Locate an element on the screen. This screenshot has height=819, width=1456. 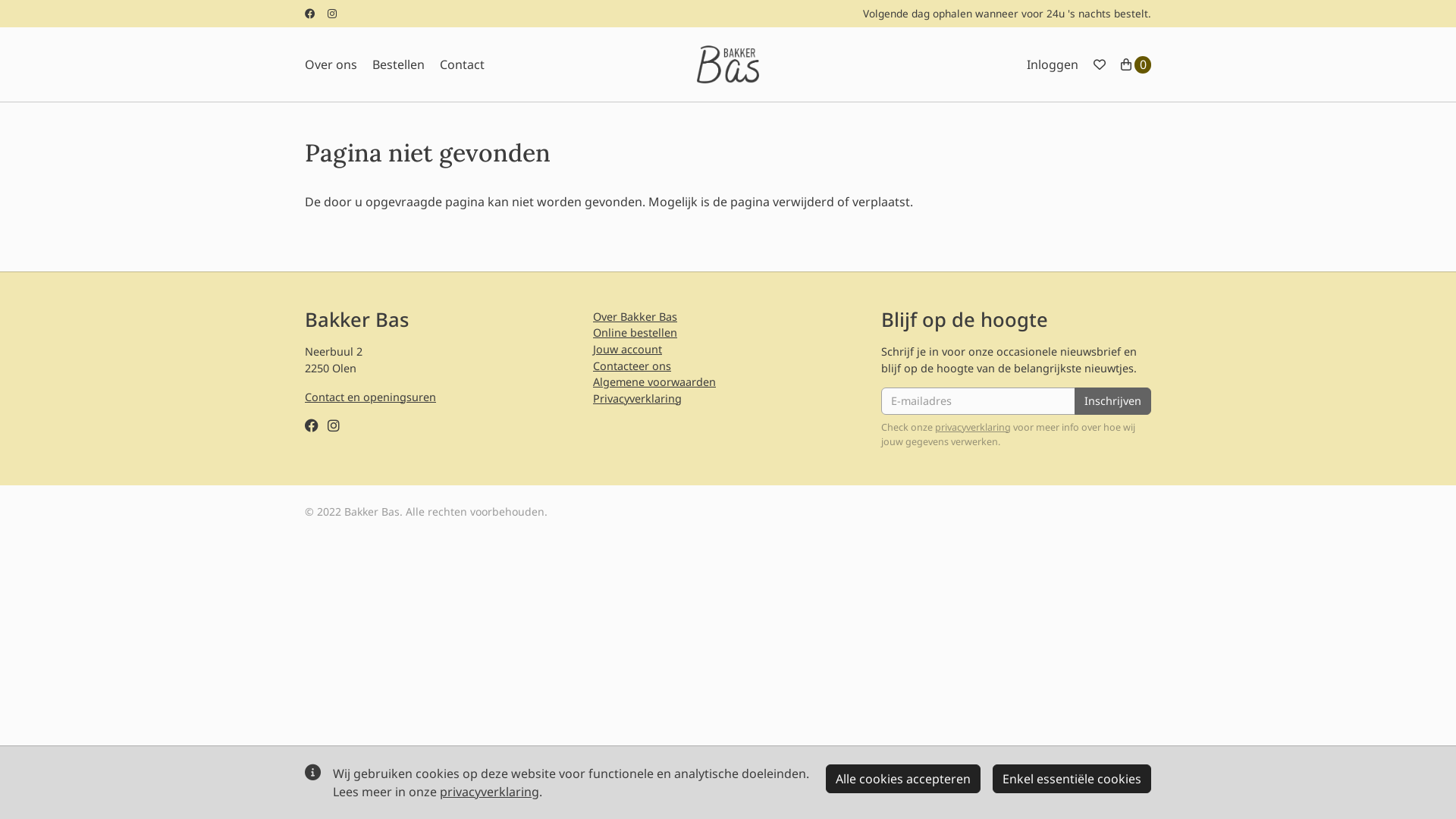
'Bakker Bas op Facebook' is located at coordinates (311, 425).